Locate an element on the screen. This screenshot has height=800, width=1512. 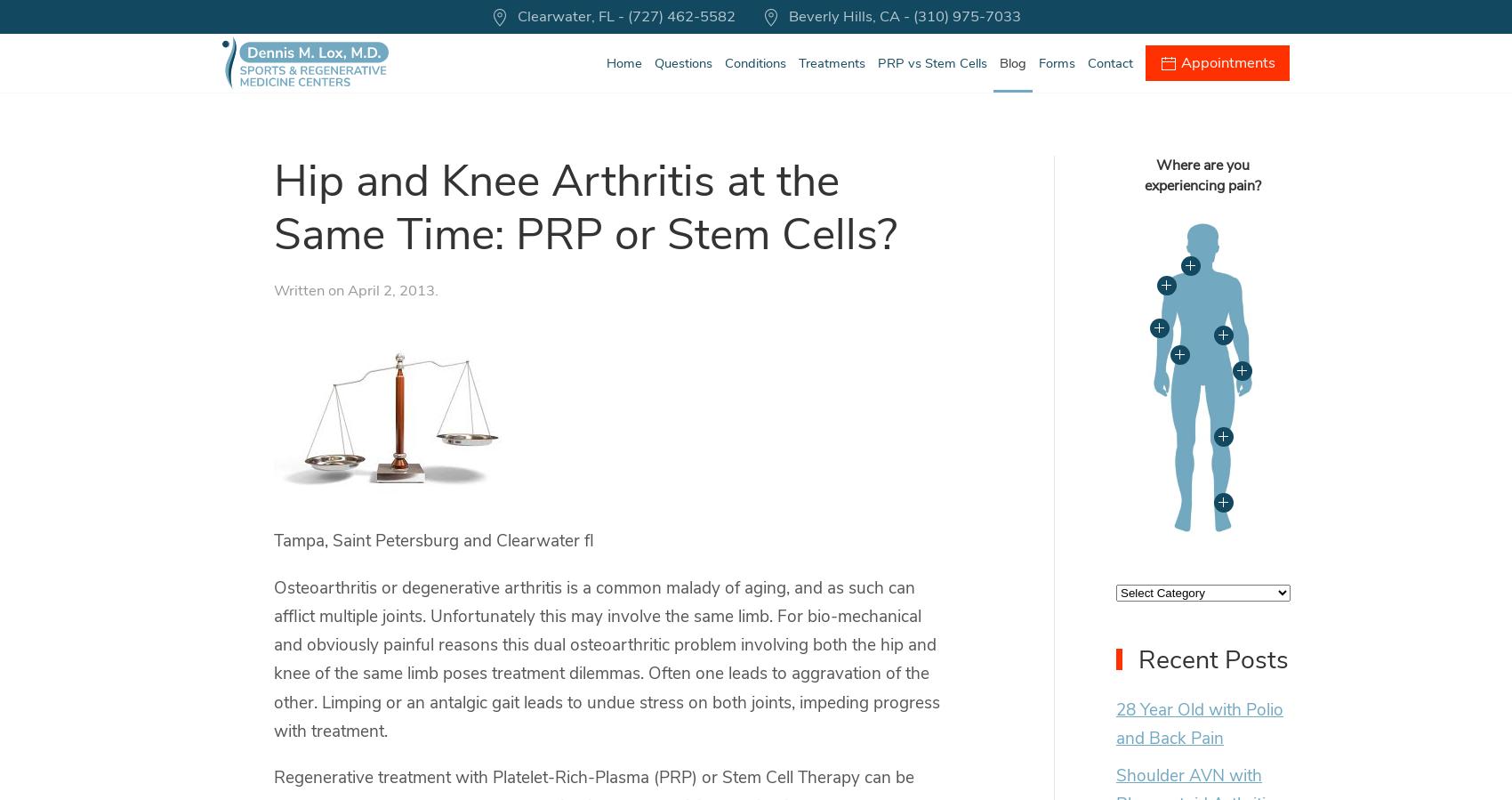
'Forms' is located at coordinates (1056, 61).